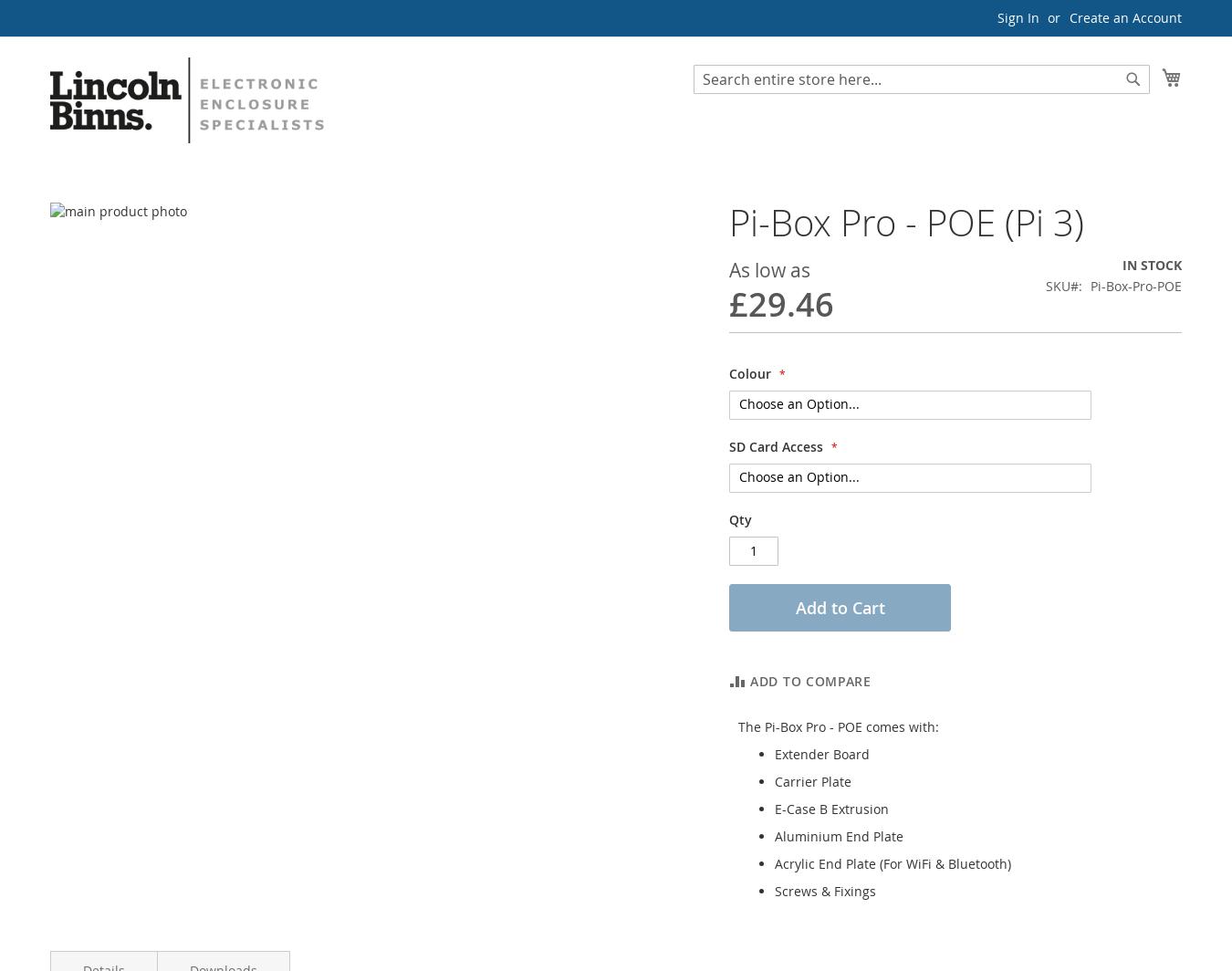  Describe the element at coordinates (838, 835) in the screenshot. I see `'Aluminium End Plate'` at that location.